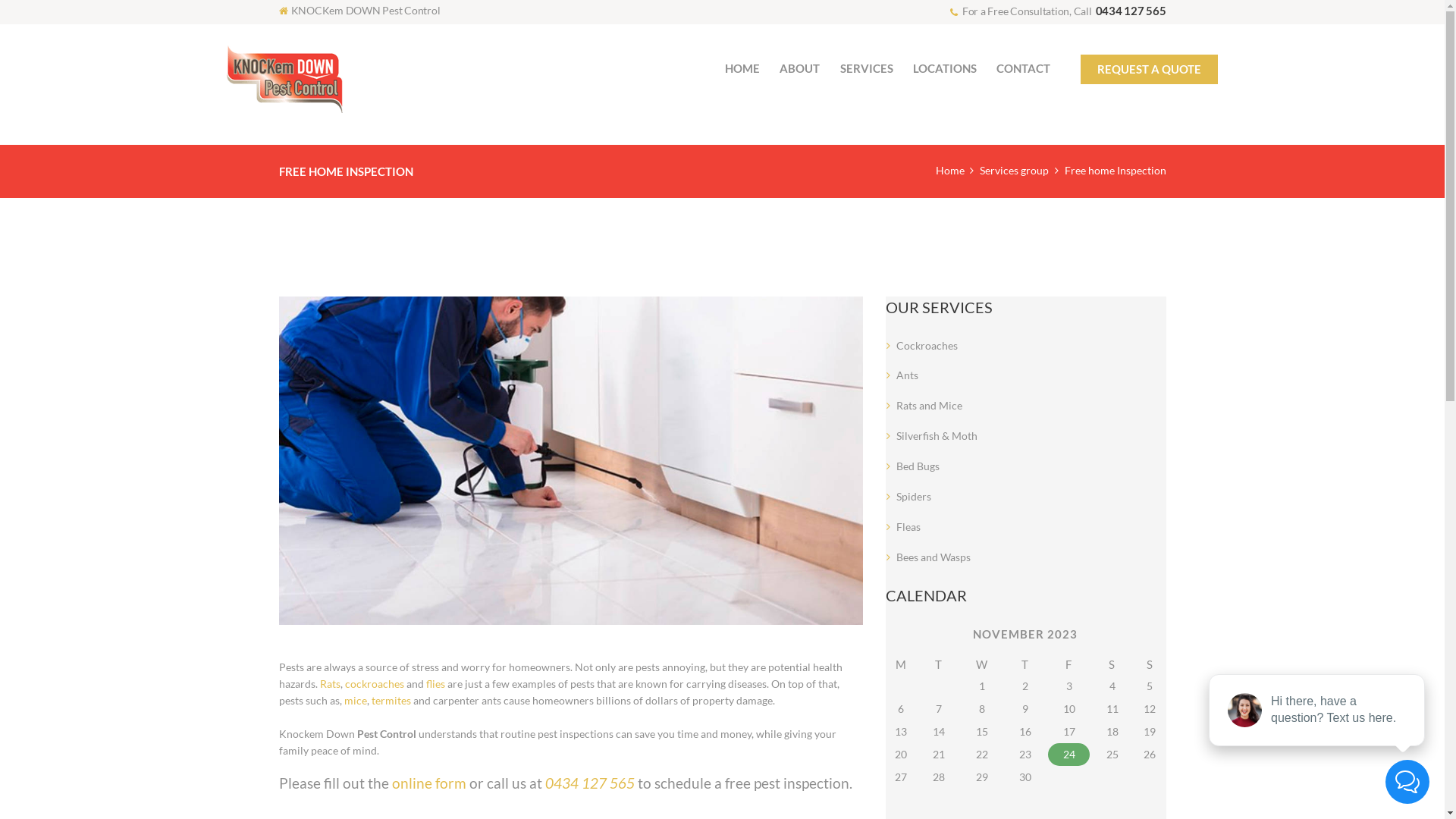  What do you see at coordinates (344, 700) in the screenshot?
I see `'mice'` at bounding box center [344, 700].